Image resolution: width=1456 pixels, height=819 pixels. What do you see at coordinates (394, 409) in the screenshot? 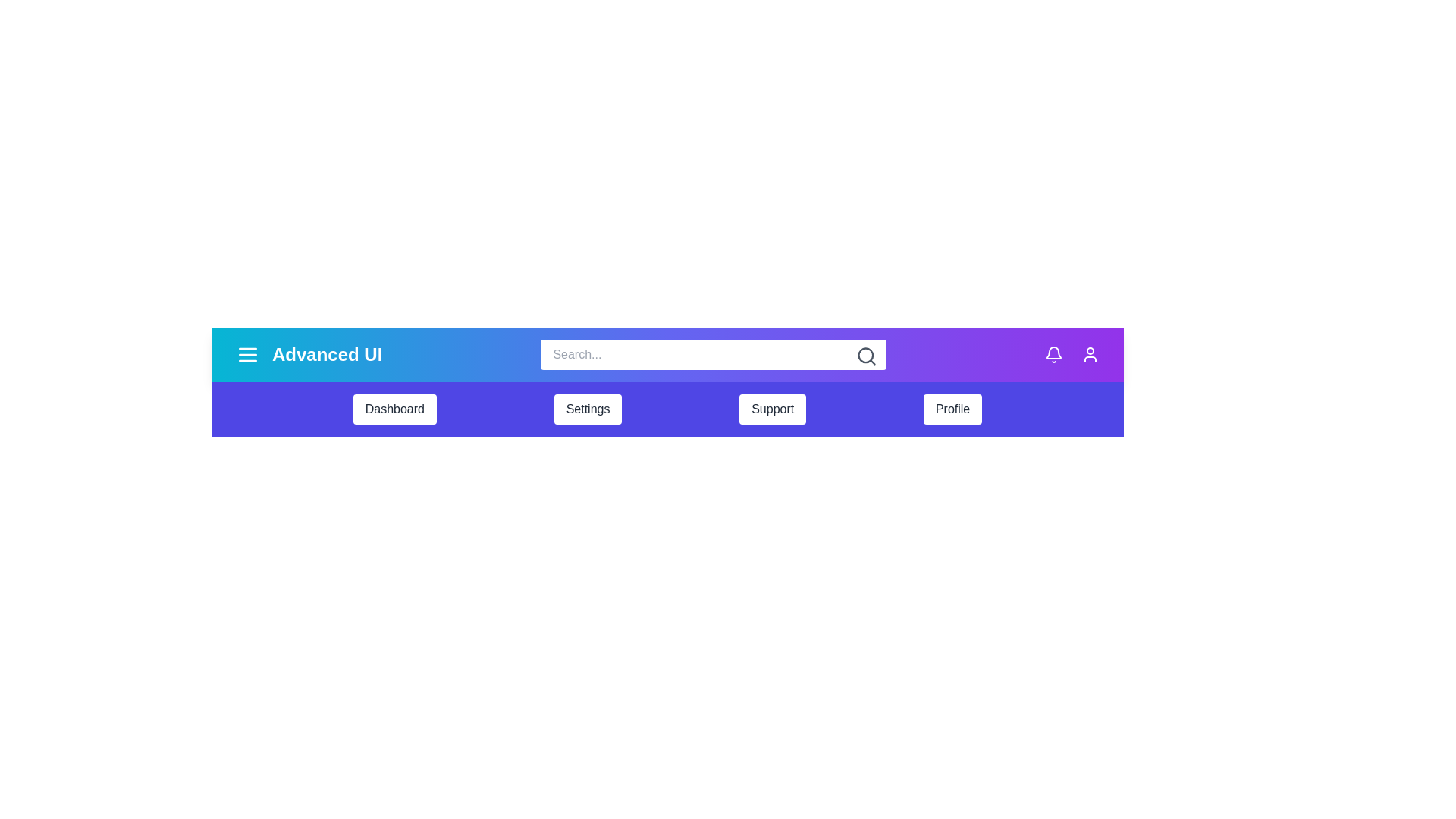
I see `the navigation item labeled Dashboard to see its hover effect` at bounding box center [394, 409].